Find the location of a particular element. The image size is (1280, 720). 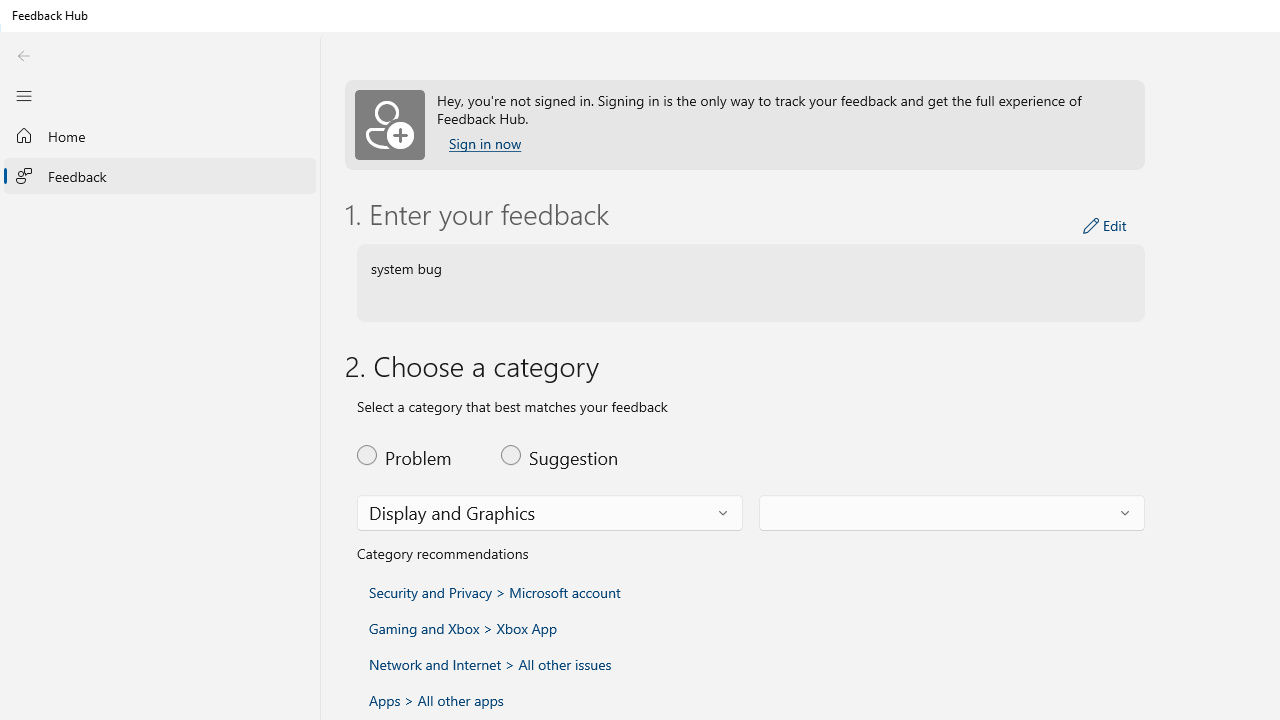

'Close Navigation' is located at coordinates (23, 95).